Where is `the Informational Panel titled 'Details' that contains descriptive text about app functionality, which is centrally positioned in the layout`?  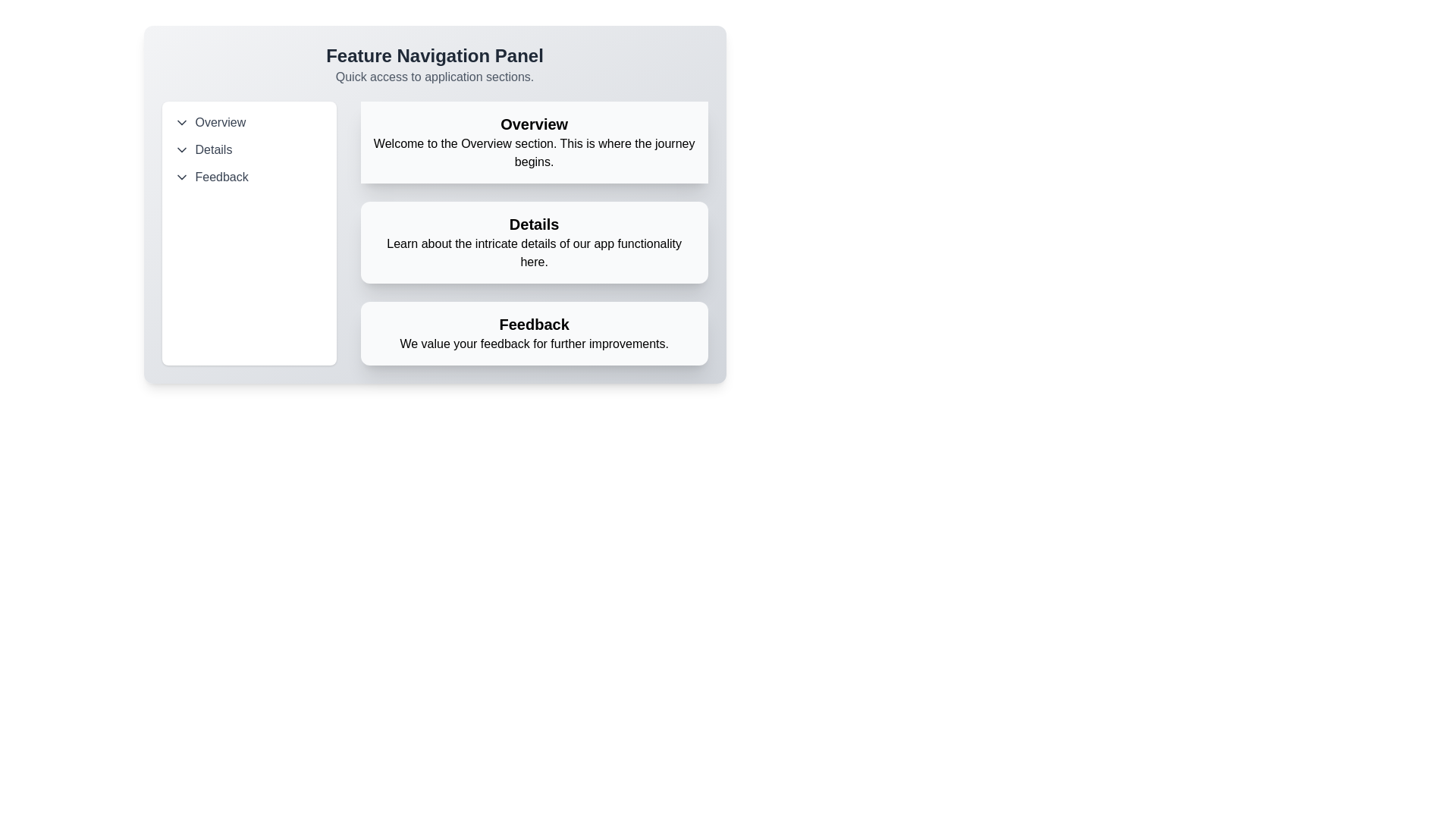 the Informational Panel titled 'Details' that contains descriptive text about app functionality, which is centrally positioned in the layout is located at coordinates (534, 242).